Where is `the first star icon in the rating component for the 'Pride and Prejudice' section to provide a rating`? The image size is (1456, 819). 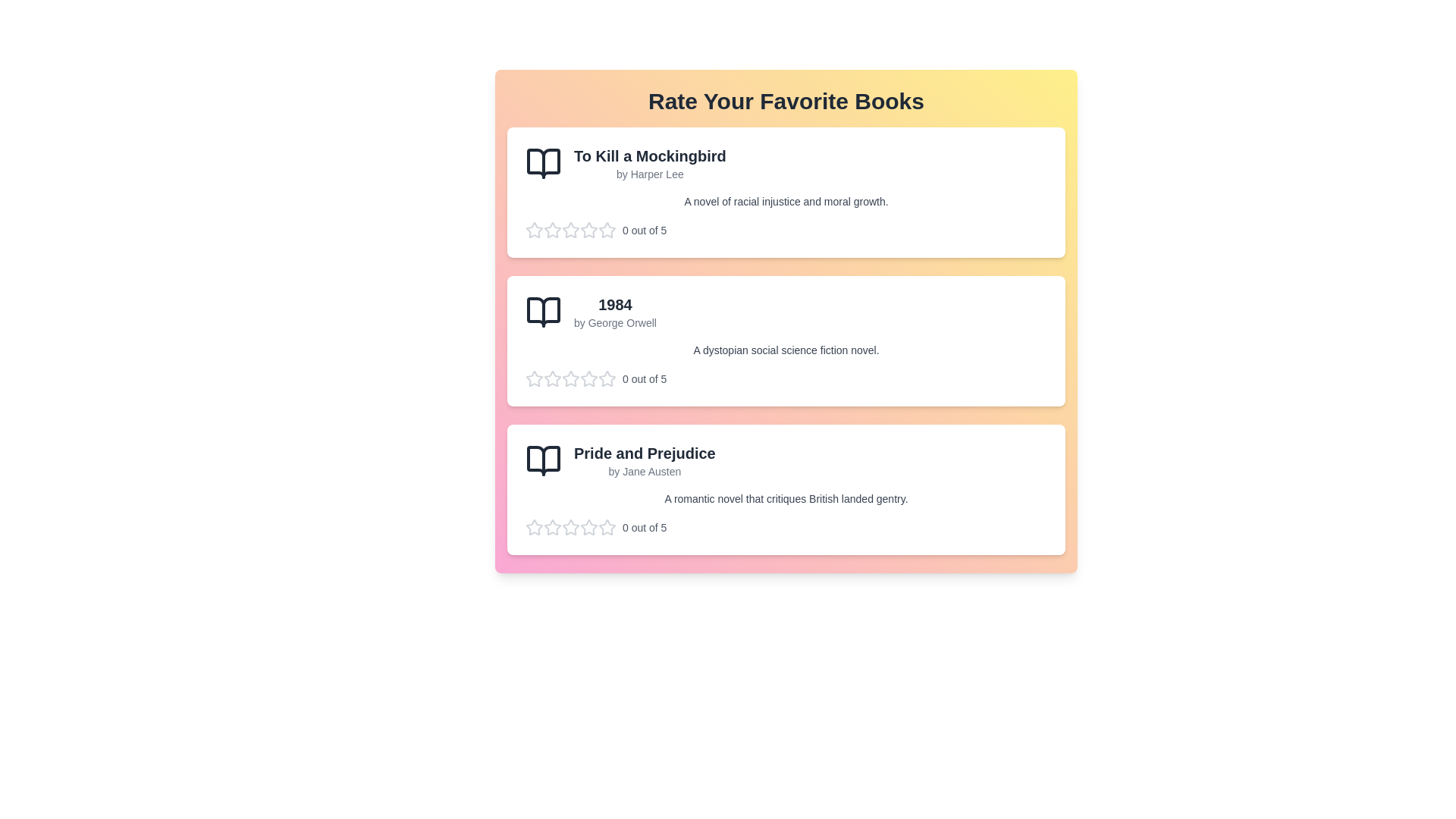 the first star icon in the rating component for the 'Pride and Prejudice' section to provide a rating is located at coordinates (535, 526).